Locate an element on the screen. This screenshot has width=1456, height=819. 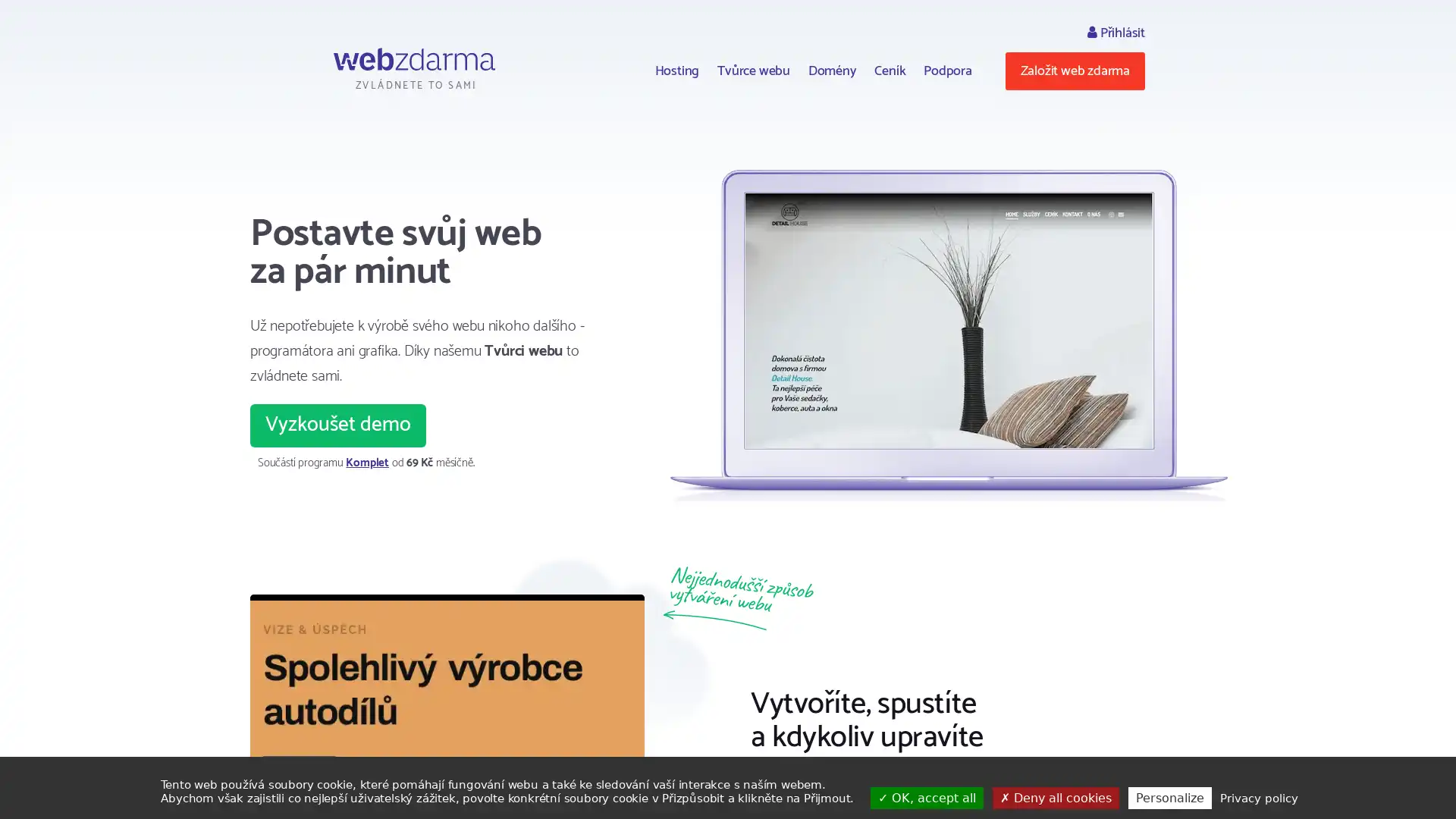
Personalize (modal window) is located at coordinates (1168, 797).